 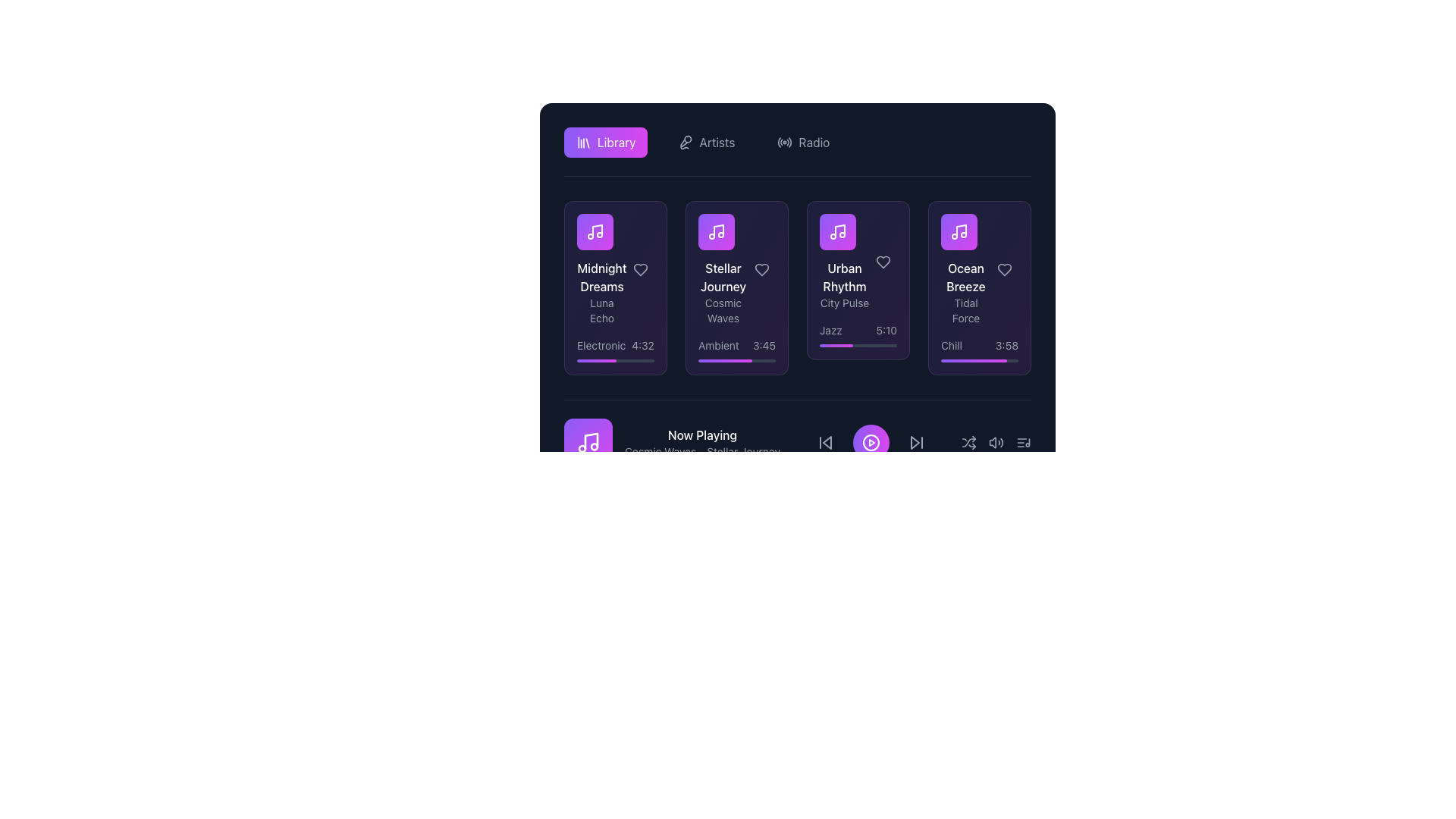 I want to click on the title and subtitle display element that shows the title and artist of a music track in the Library section, which is the first card in the horizontally-scrolling list, so click(x=601, y=268).